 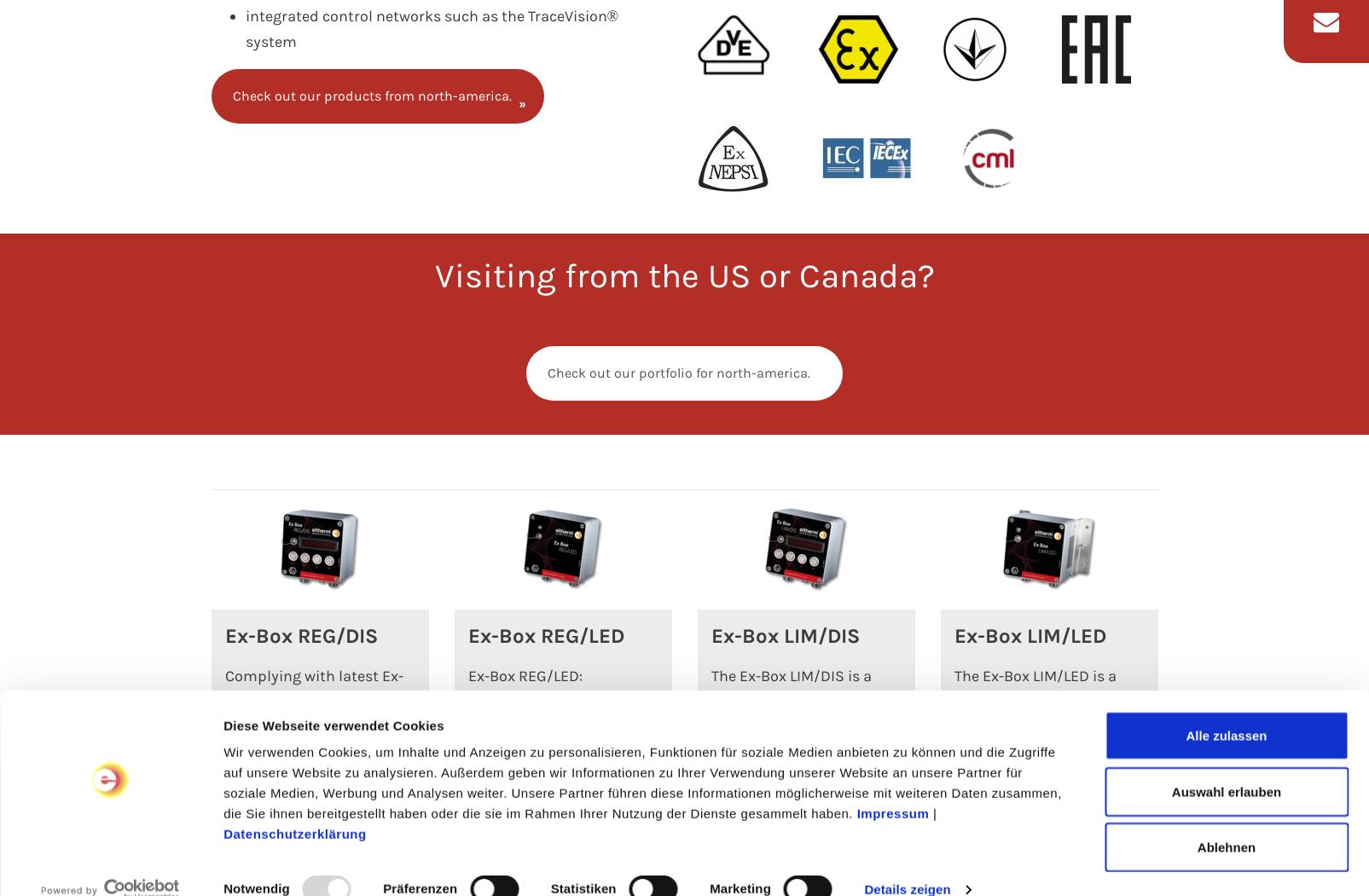 What do you see at coordinates (1029, 635) in the screenshot?
I see `'Ex-Box LIM/LED'` at bounding box center [1029, 635].